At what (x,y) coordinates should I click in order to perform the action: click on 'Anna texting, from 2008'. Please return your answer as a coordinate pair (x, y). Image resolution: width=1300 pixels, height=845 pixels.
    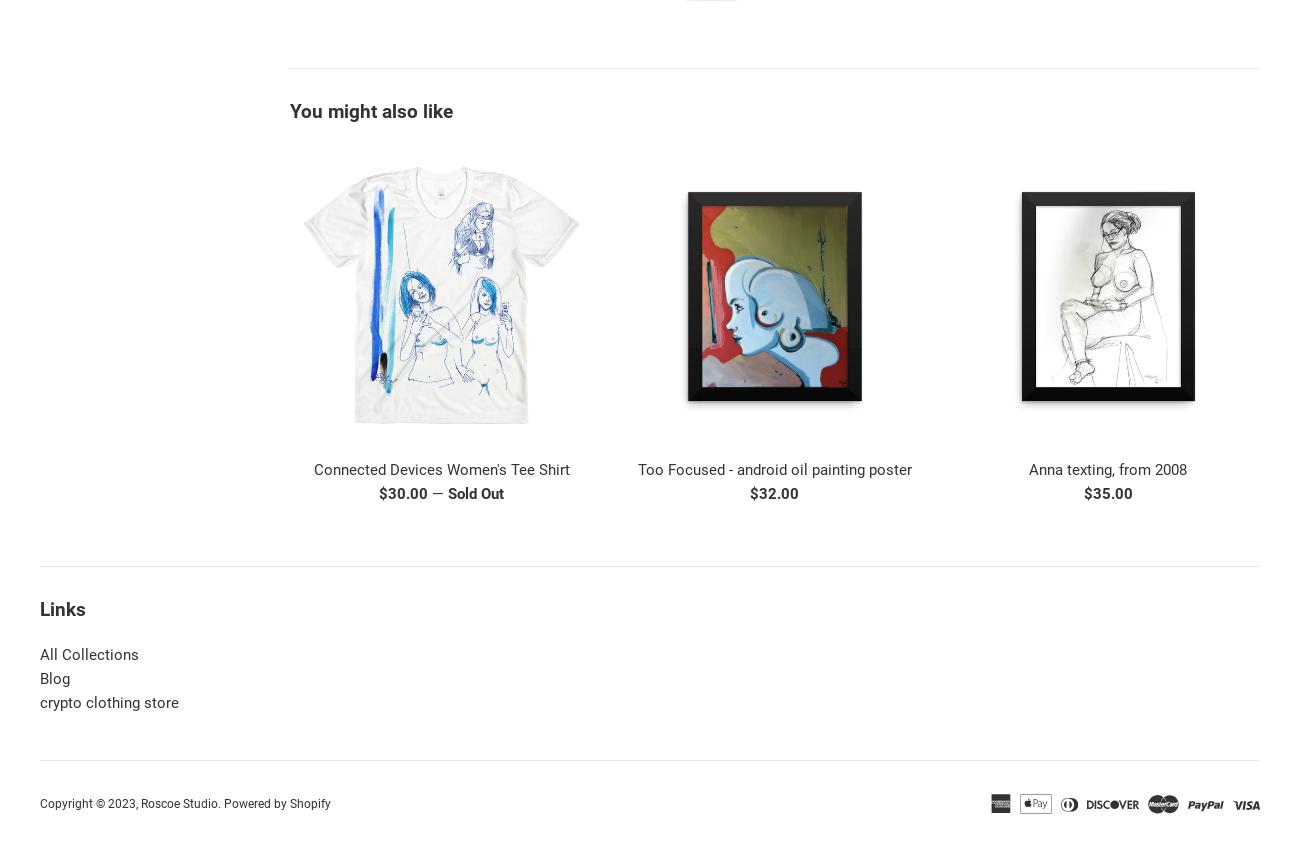
    Looking at the image, I should click on (1106, 469).